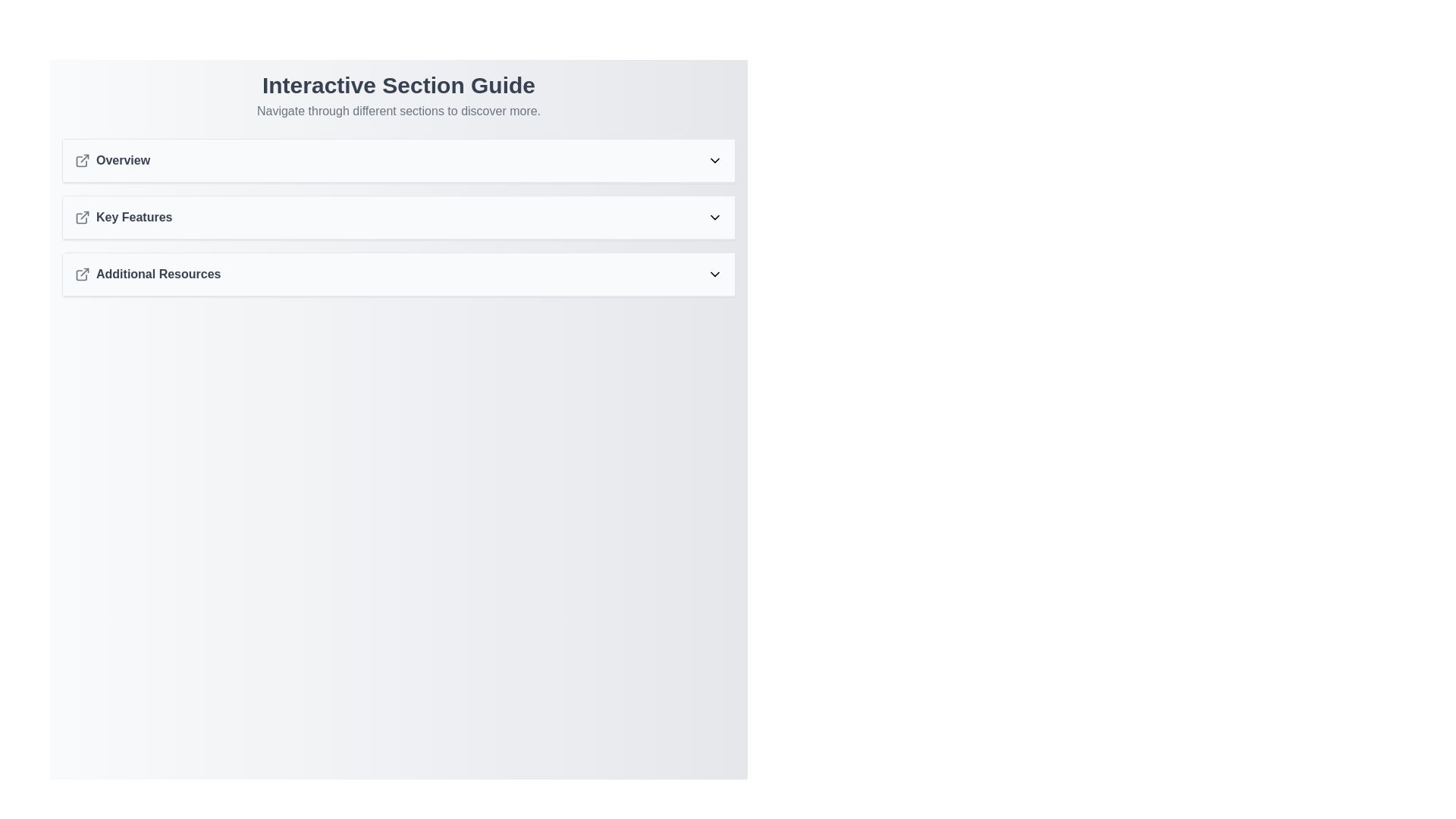 Image resolution: width=1456 pixels, height=819 pixels. Describe the element at coordinates (82, 275) in the screenshot. I see `the external link icon located in the top-left section of the 'Additional Resources' item, which is the first icon directly to the left of the text label` at that location.